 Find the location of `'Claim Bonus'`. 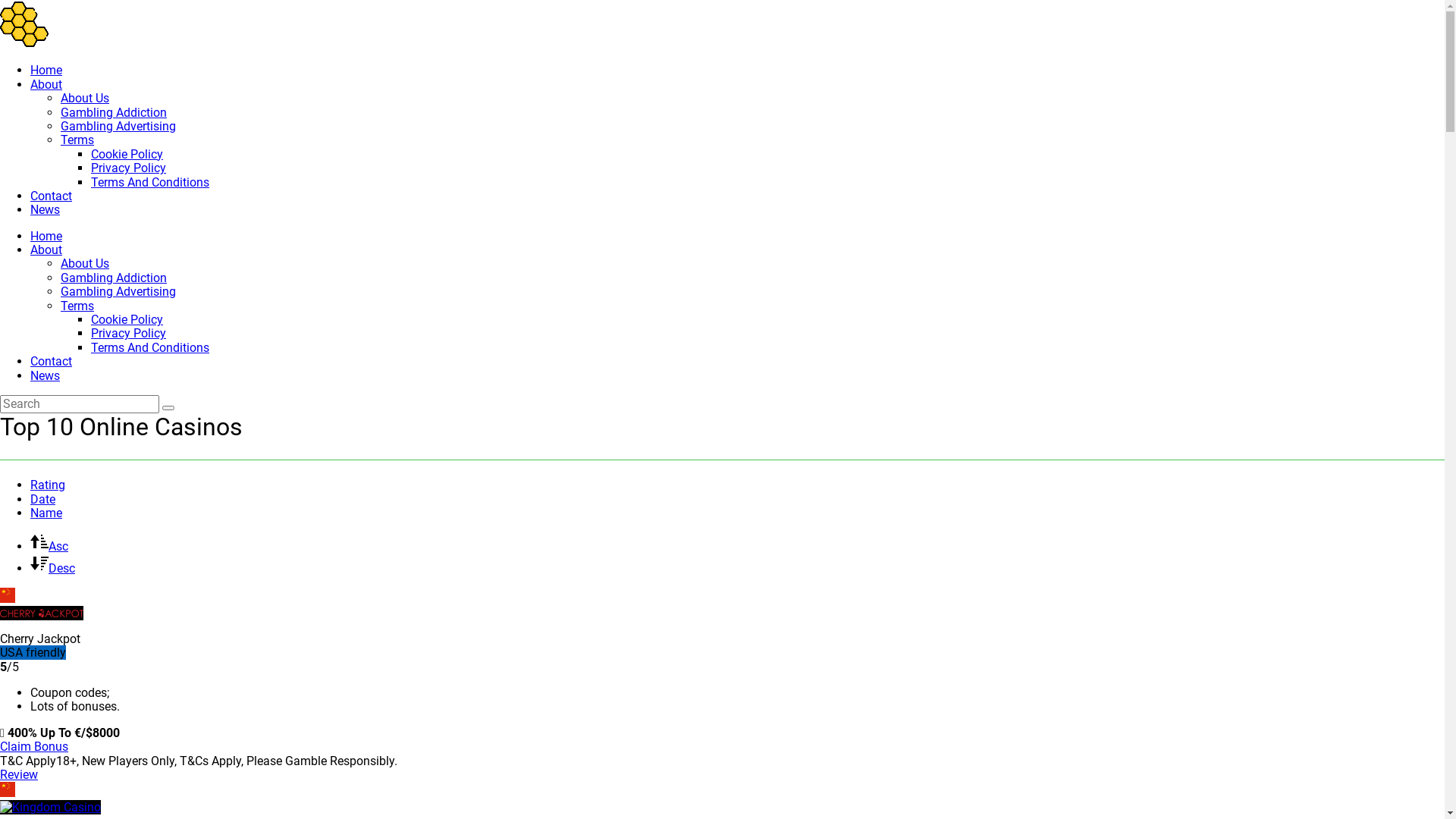

'Claim Bonus' is located at coordinates (0, 745).